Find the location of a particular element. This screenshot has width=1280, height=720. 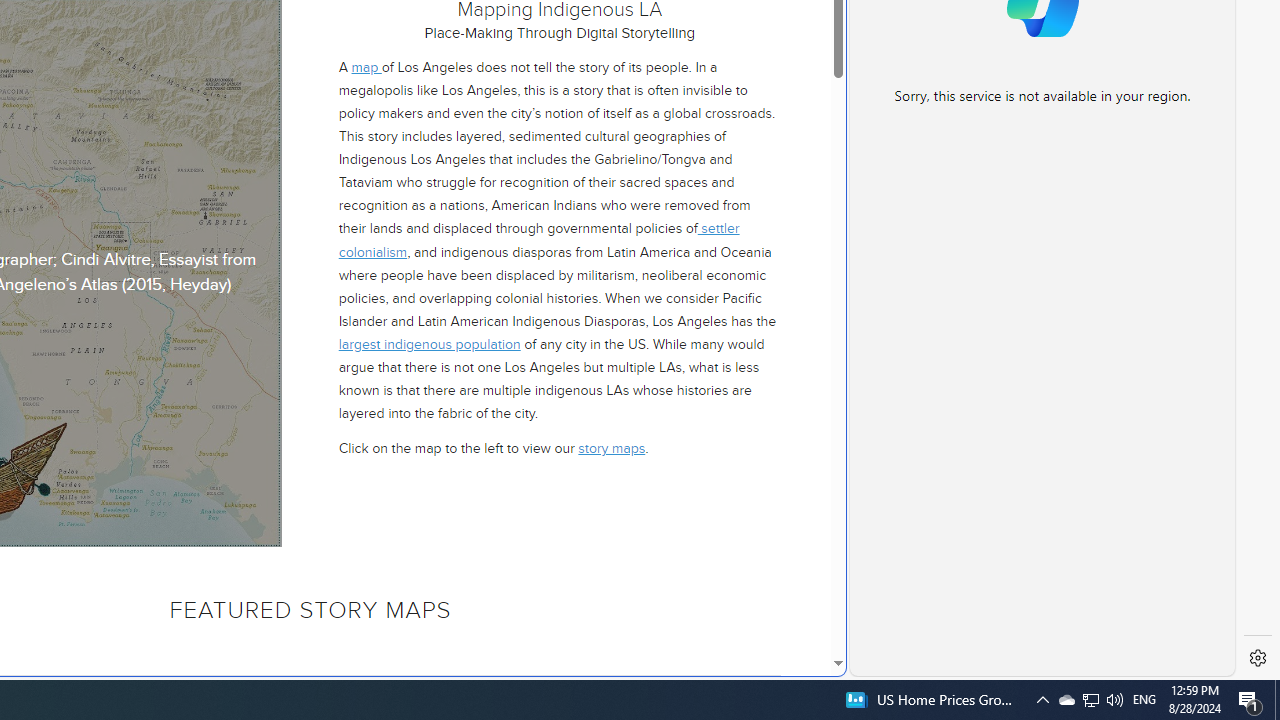

'story maps' is located at coordinates (611, 447).